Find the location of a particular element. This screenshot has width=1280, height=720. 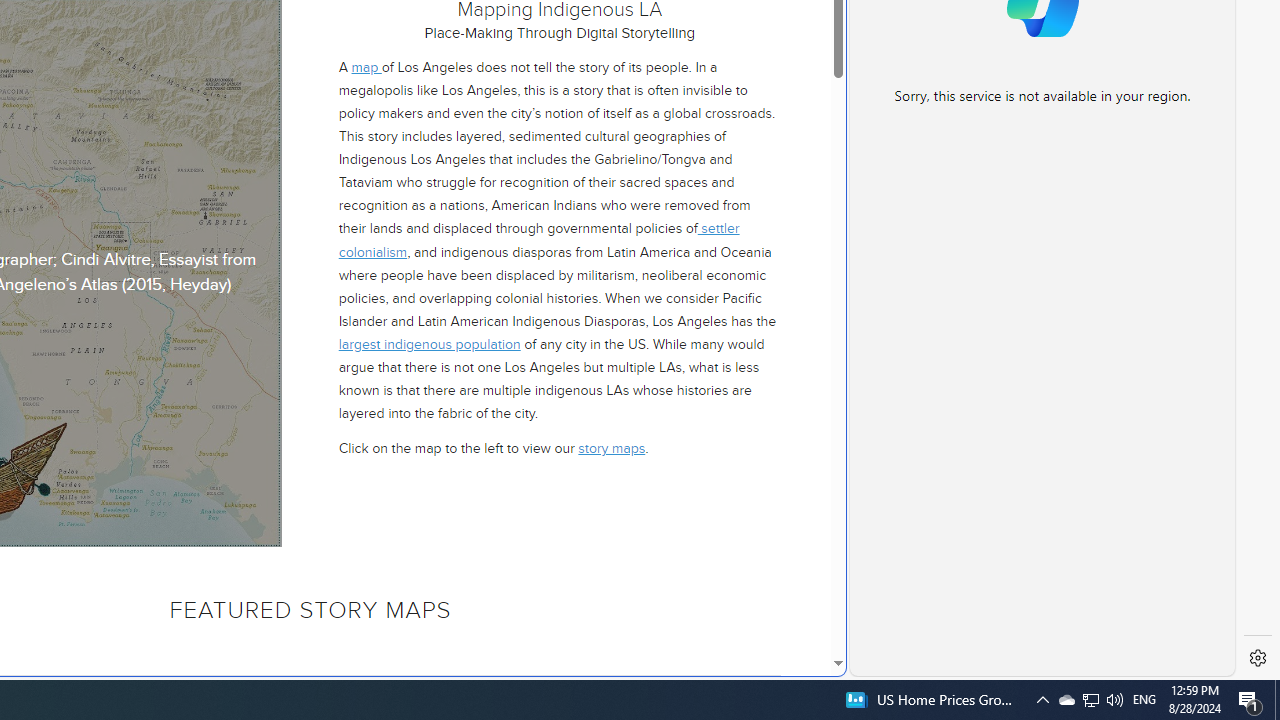

'story maps' is located at coordinates (611, 447).